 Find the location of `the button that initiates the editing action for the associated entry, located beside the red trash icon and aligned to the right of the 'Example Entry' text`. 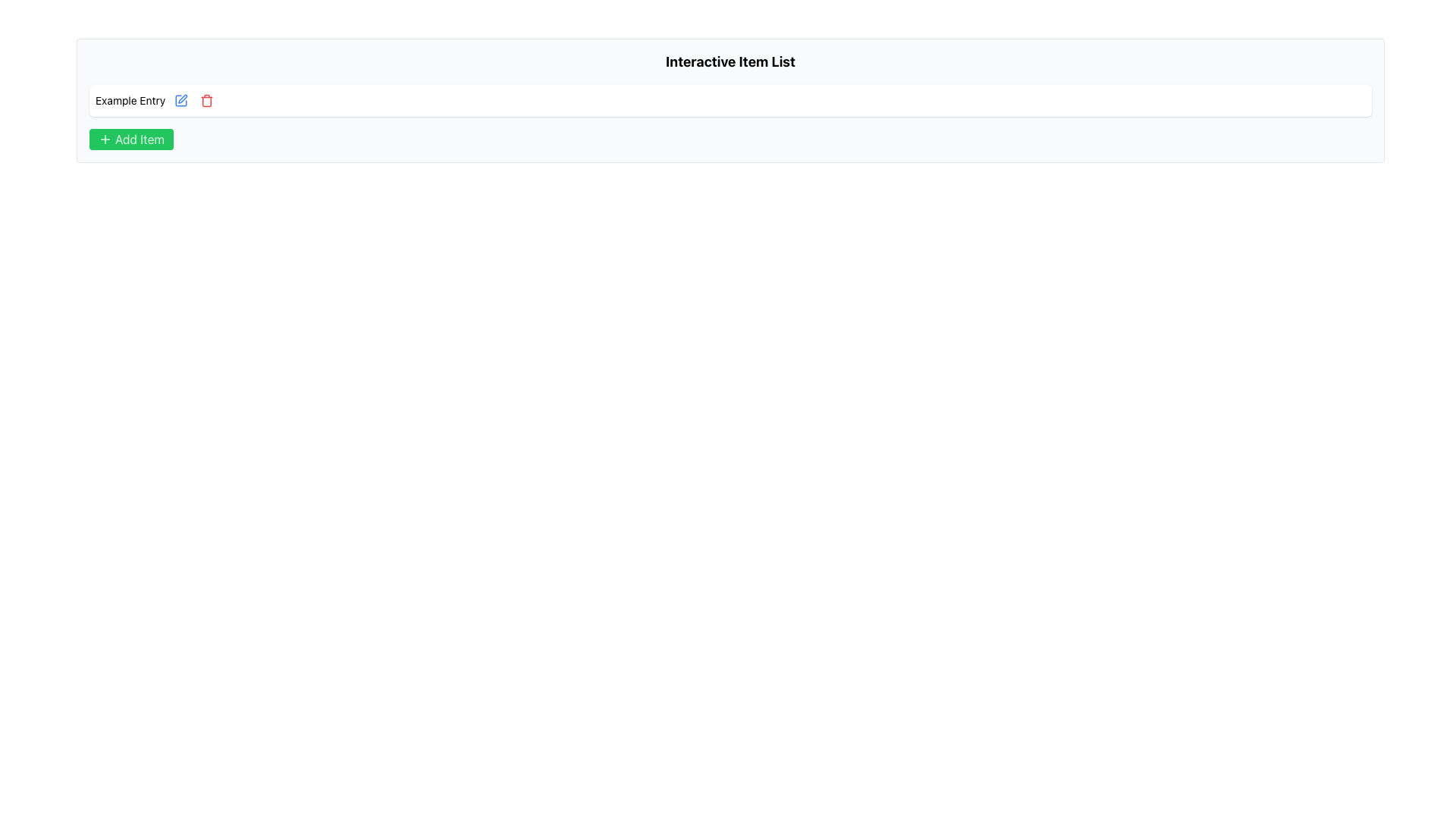

the button that initiates the editing action for the associated entry, located beside the red trash icon and aligned to the right of the 'Example Entry' text is located at coordinates (181, 100).